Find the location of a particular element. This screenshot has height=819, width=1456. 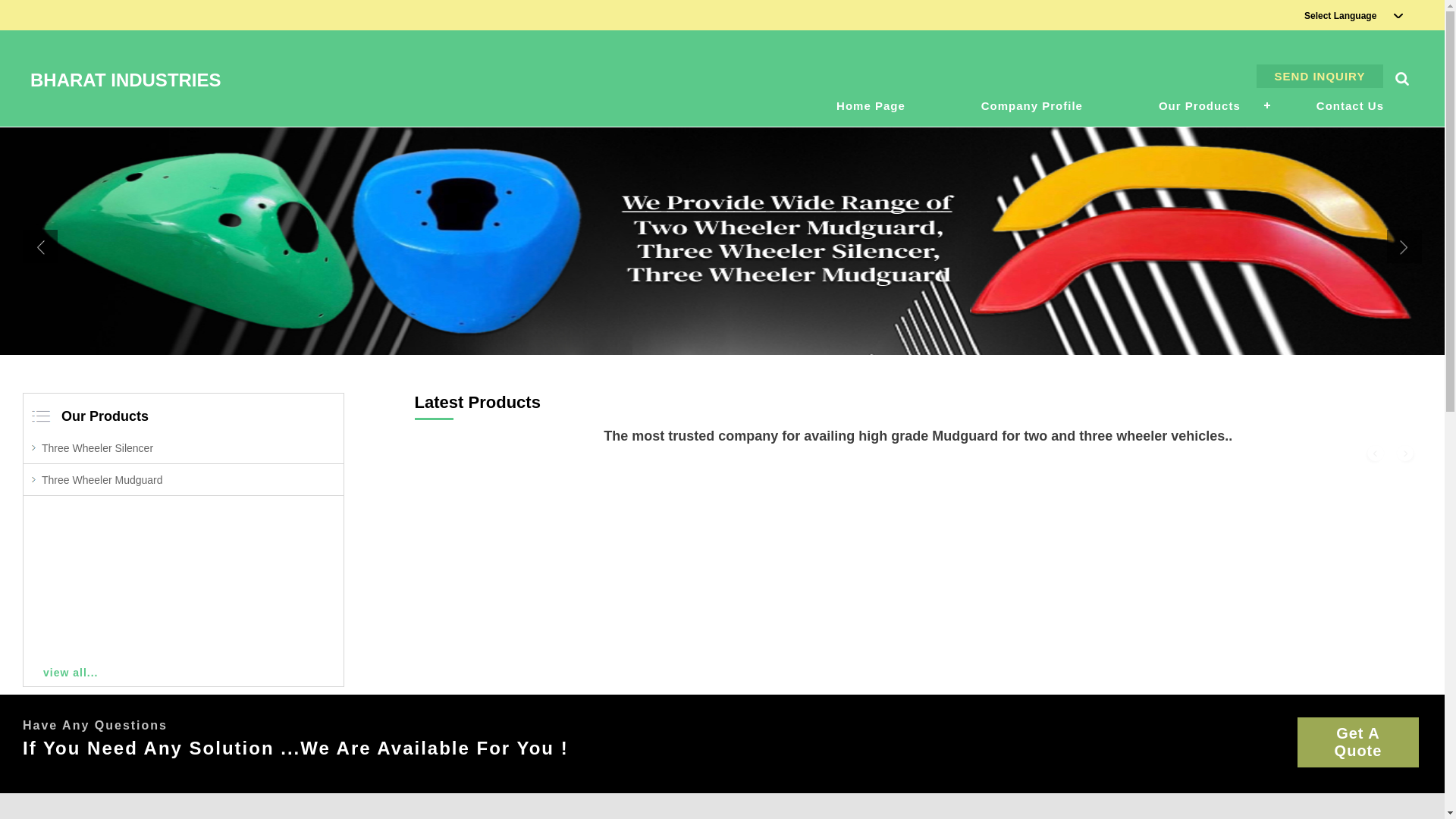

'Select Language' is located at coordinates (1276, 15).